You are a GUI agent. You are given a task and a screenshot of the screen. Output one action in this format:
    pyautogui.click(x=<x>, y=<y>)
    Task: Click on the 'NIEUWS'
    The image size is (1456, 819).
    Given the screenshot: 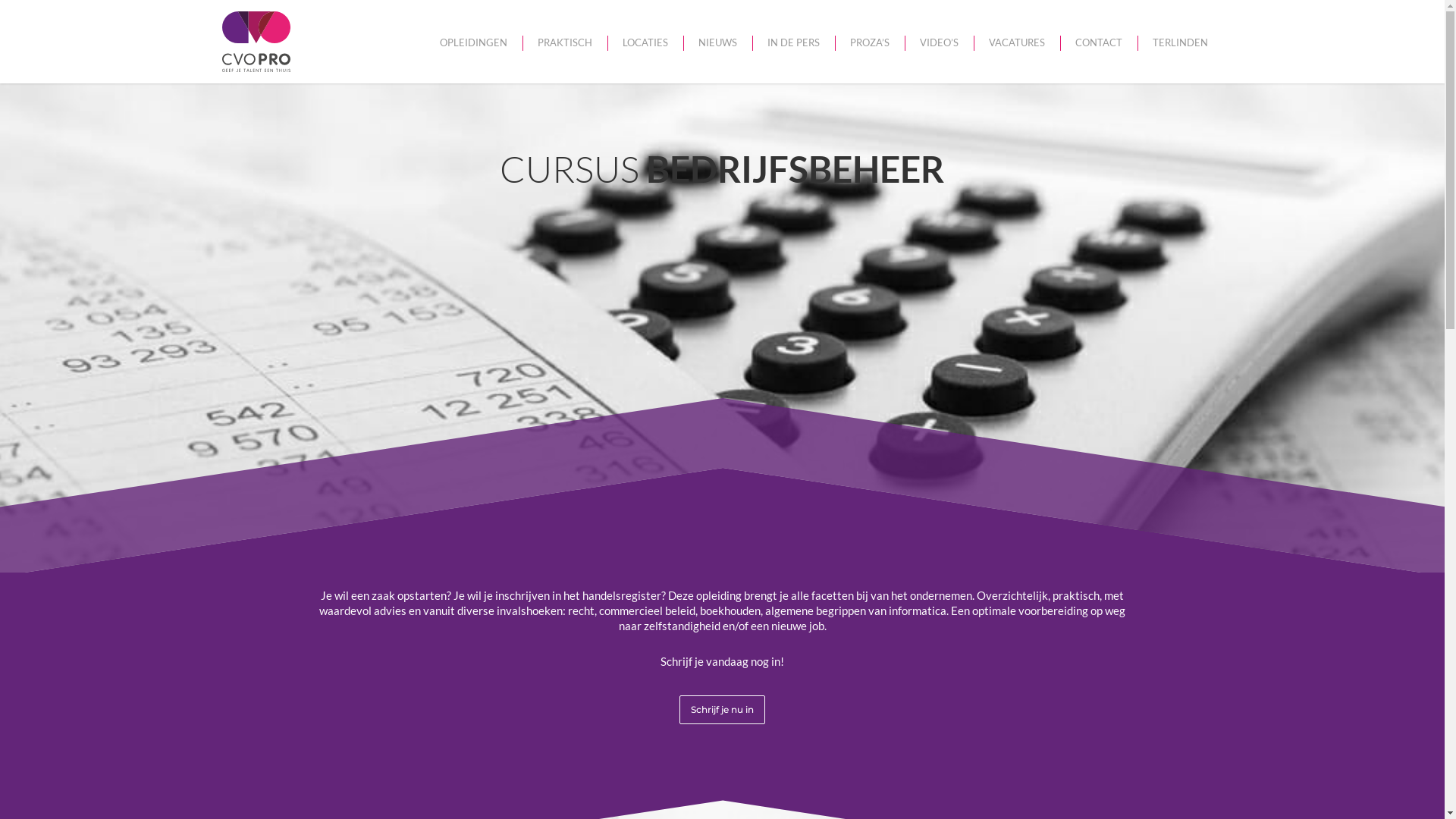 What is the action you would take?
    pyautogui.click(x=682, y=40)
    